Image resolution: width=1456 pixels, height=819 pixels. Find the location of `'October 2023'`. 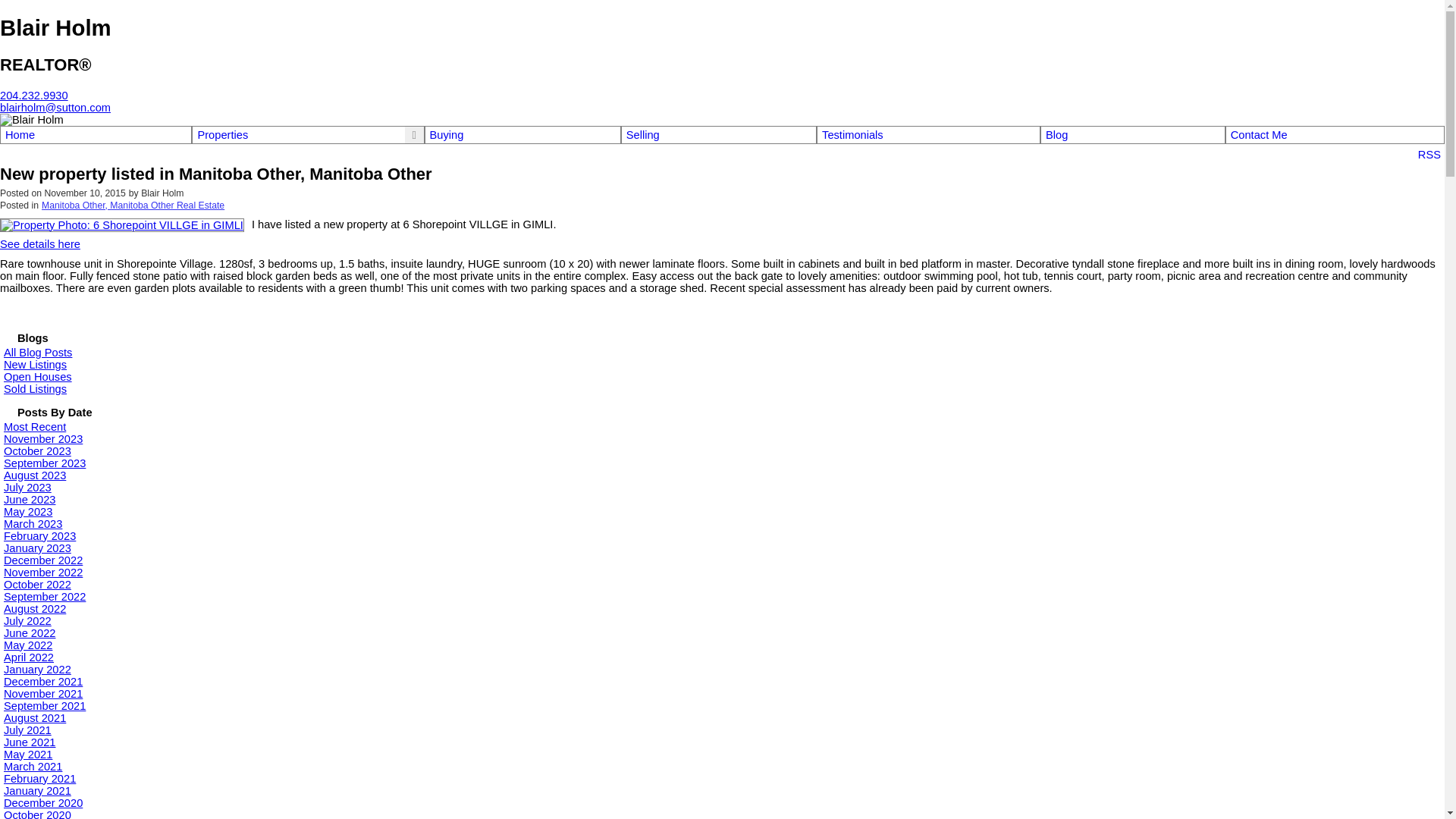

'October 2023' is located at coordinates (3, 450).